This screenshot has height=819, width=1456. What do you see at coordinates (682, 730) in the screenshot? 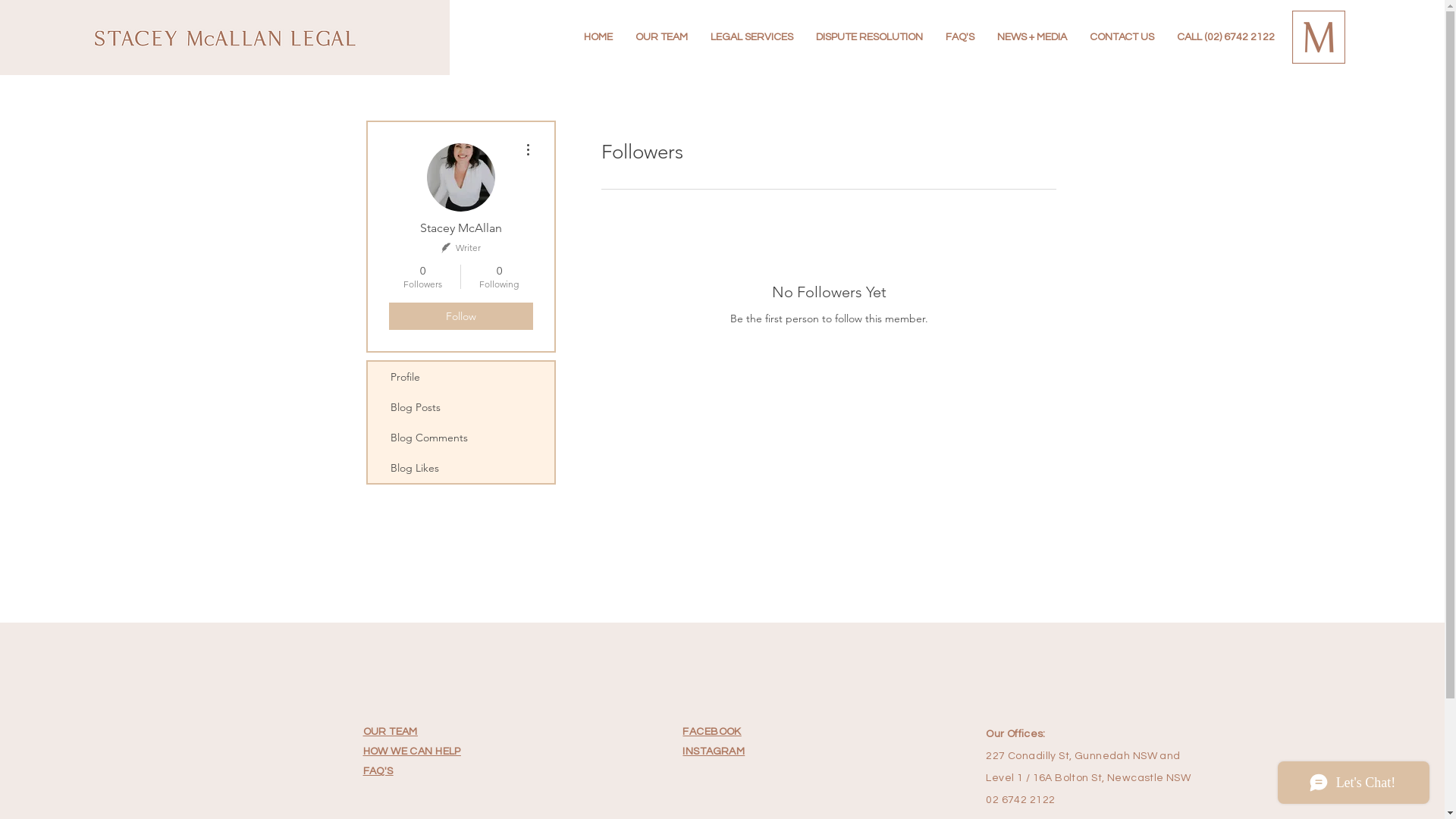
I see `'FACEBOOK'` at bounding box center [682, 730].